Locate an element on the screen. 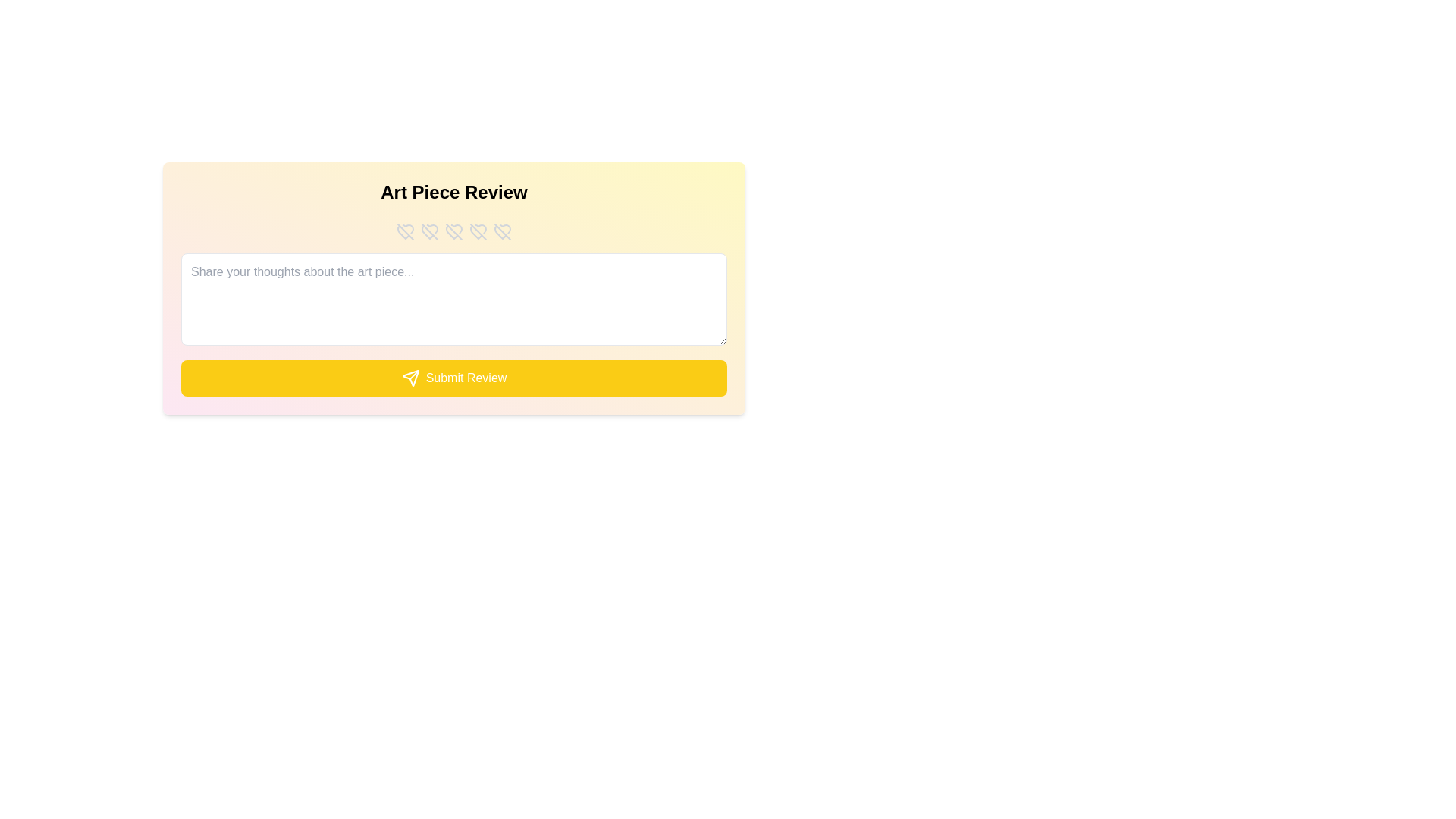 Image resolution: width=1456 pixels, height=819 pixels. the rating to 2 stars by clicking on the respective star button is located at coordinates (428, 231).